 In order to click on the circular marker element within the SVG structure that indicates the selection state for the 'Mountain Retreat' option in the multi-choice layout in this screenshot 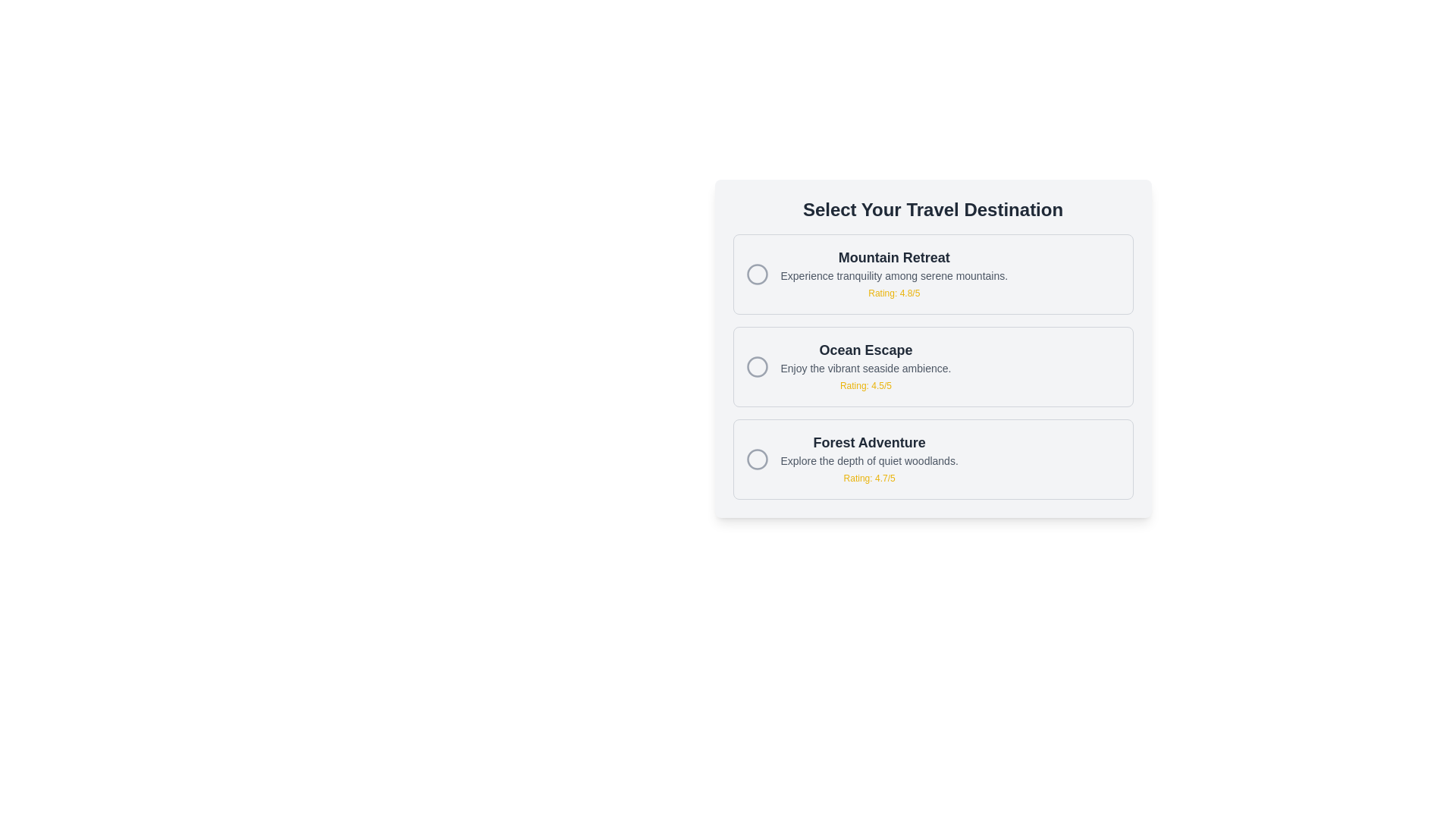, I will do `click(757, 275)`.